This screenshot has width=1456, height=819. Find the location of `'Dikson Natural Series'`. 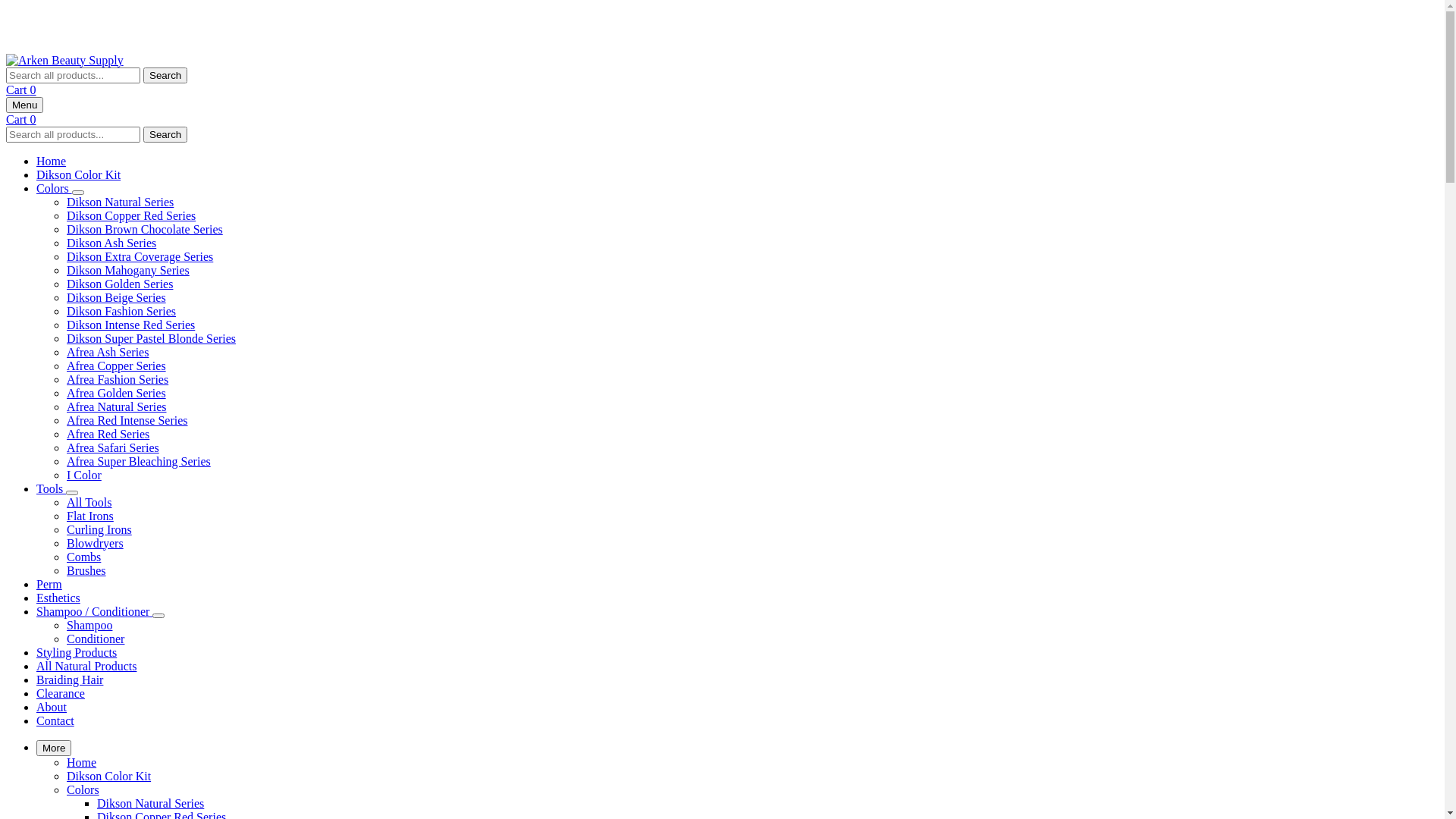

'Dikson Natural Series' is located at coordinates (150, 802).